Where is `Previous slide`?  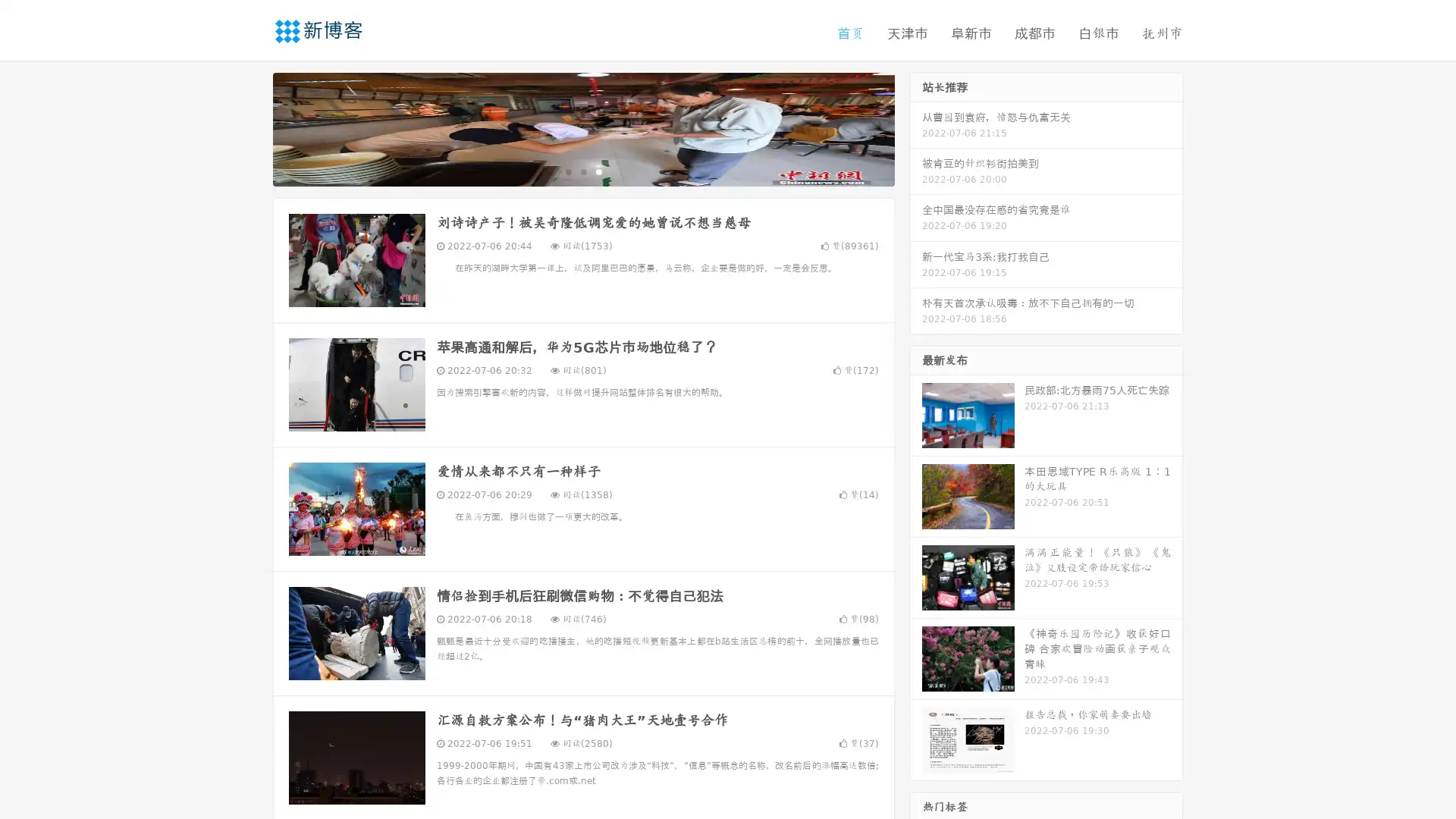 Previous slide is located at coordinates (250, 127).